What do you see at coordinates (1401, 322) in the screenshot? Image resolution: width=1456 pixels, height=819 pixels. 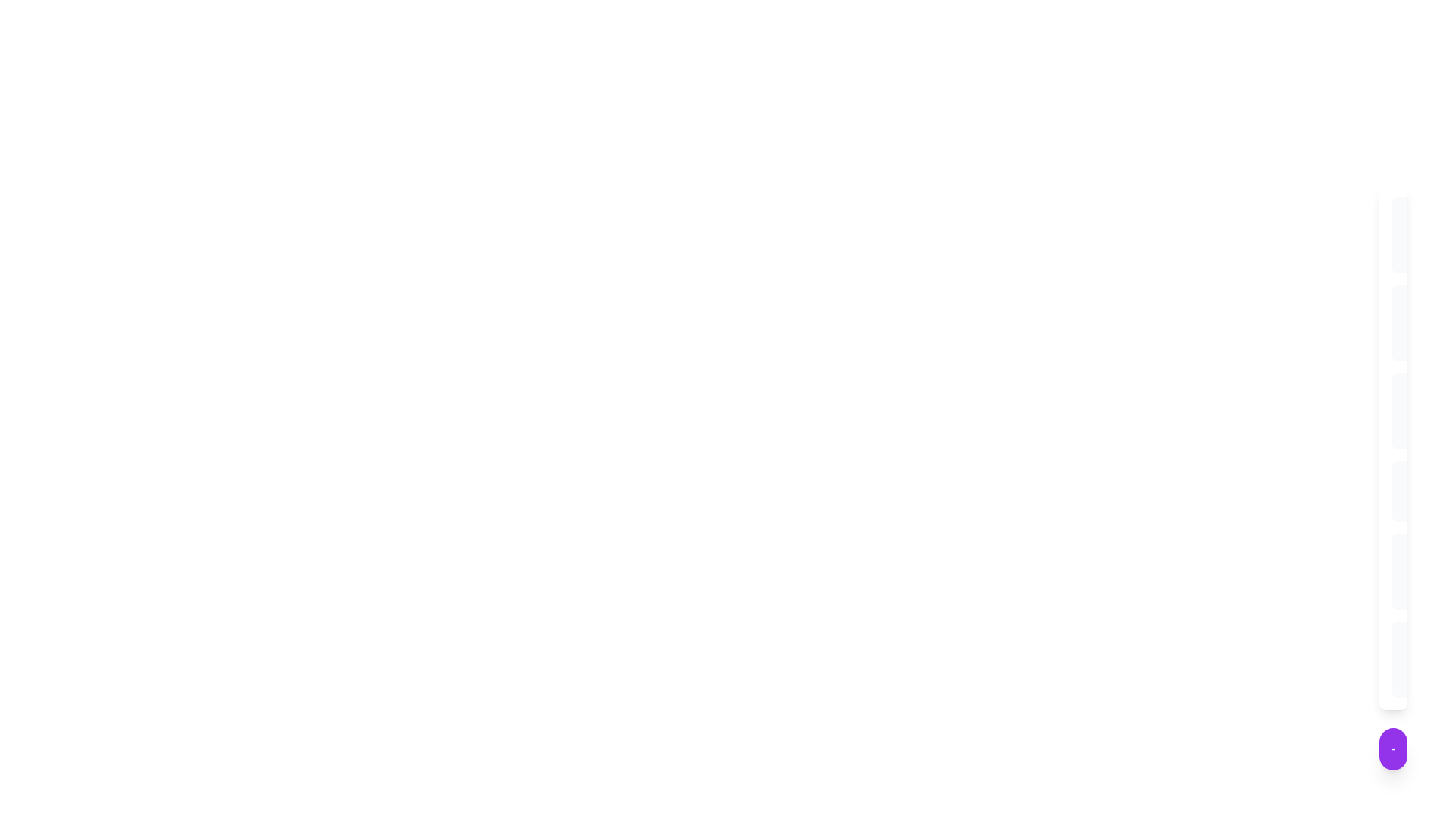 I see `the menu item labeled Settings to observe visual feedback` at bounding box center [1401, 322].